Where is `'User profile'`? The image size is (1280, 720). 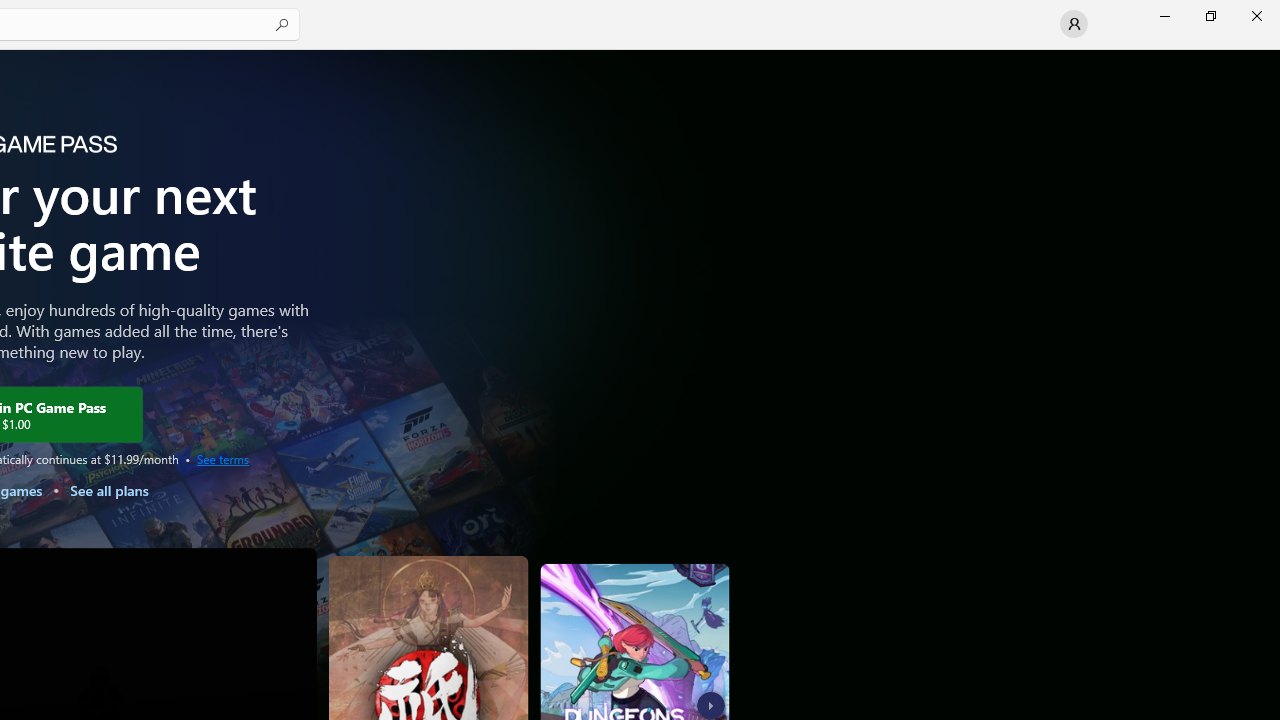 'User profile' is located at coordinates (1072, 24).